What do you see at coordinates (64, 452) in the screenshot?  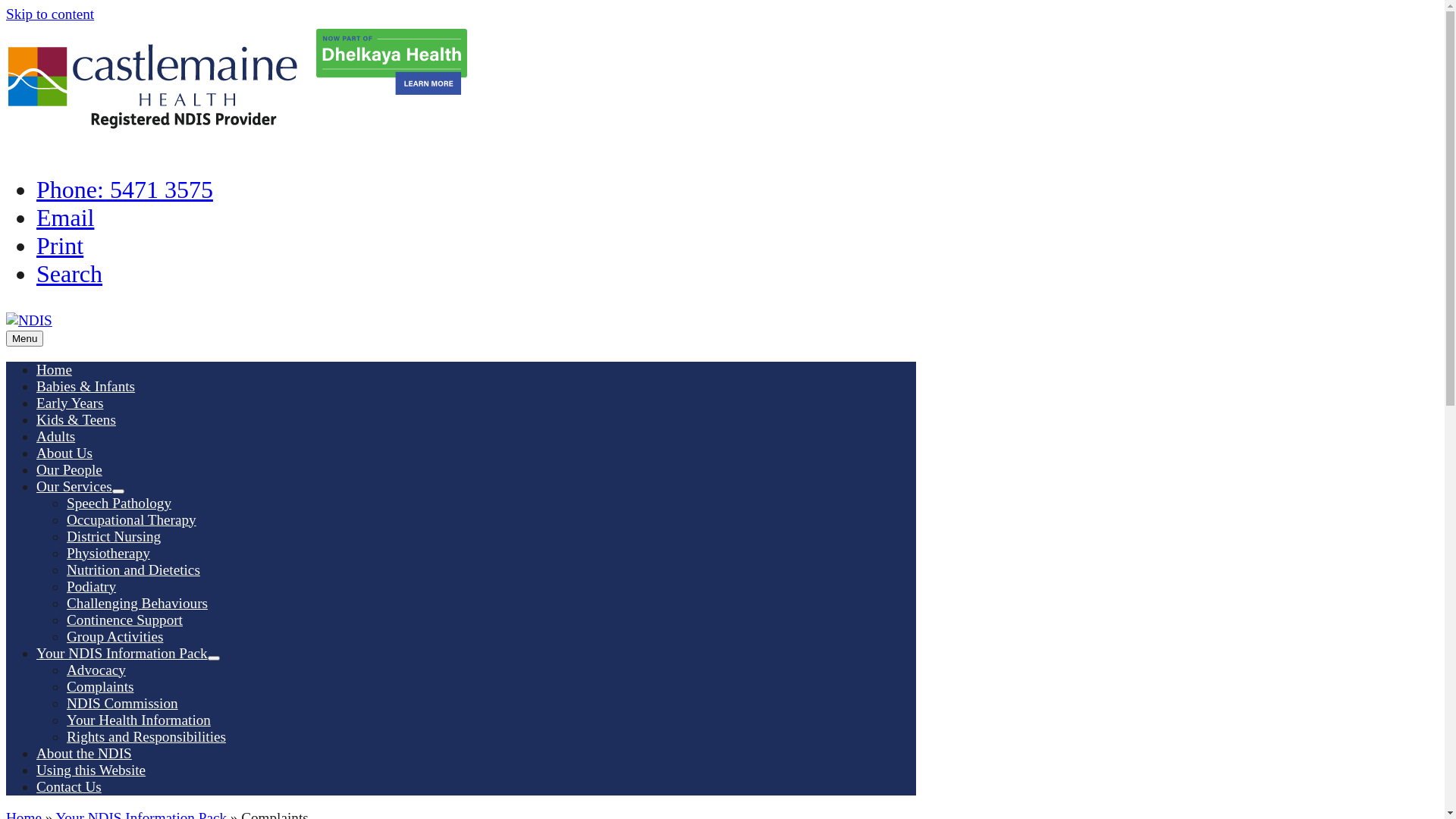 I see `'About Us'` at bounding box center [64, 452].